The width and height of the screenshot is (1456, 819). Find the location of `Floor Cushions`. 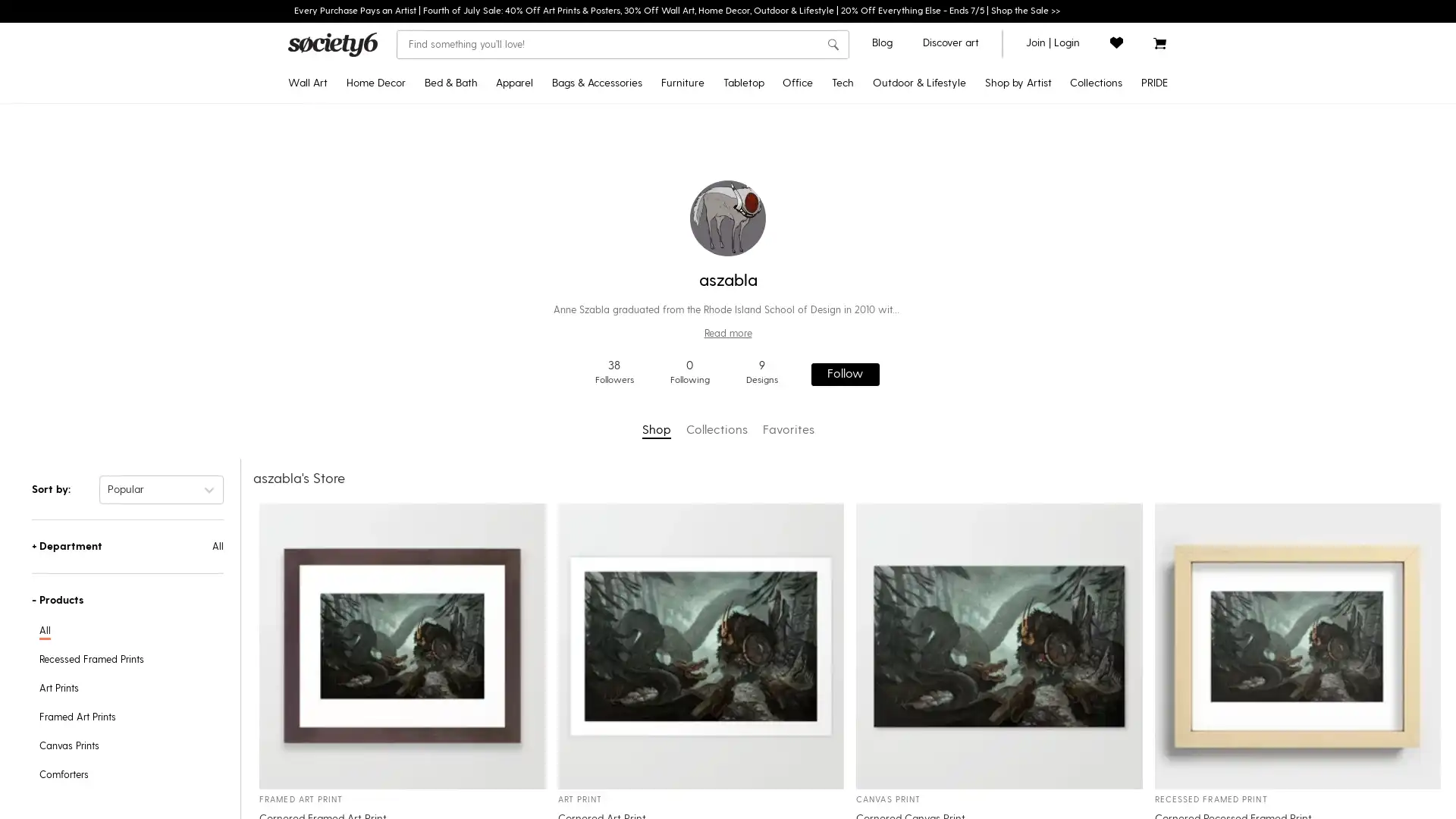

Floor Cushions is located at coordinates (939, 439).